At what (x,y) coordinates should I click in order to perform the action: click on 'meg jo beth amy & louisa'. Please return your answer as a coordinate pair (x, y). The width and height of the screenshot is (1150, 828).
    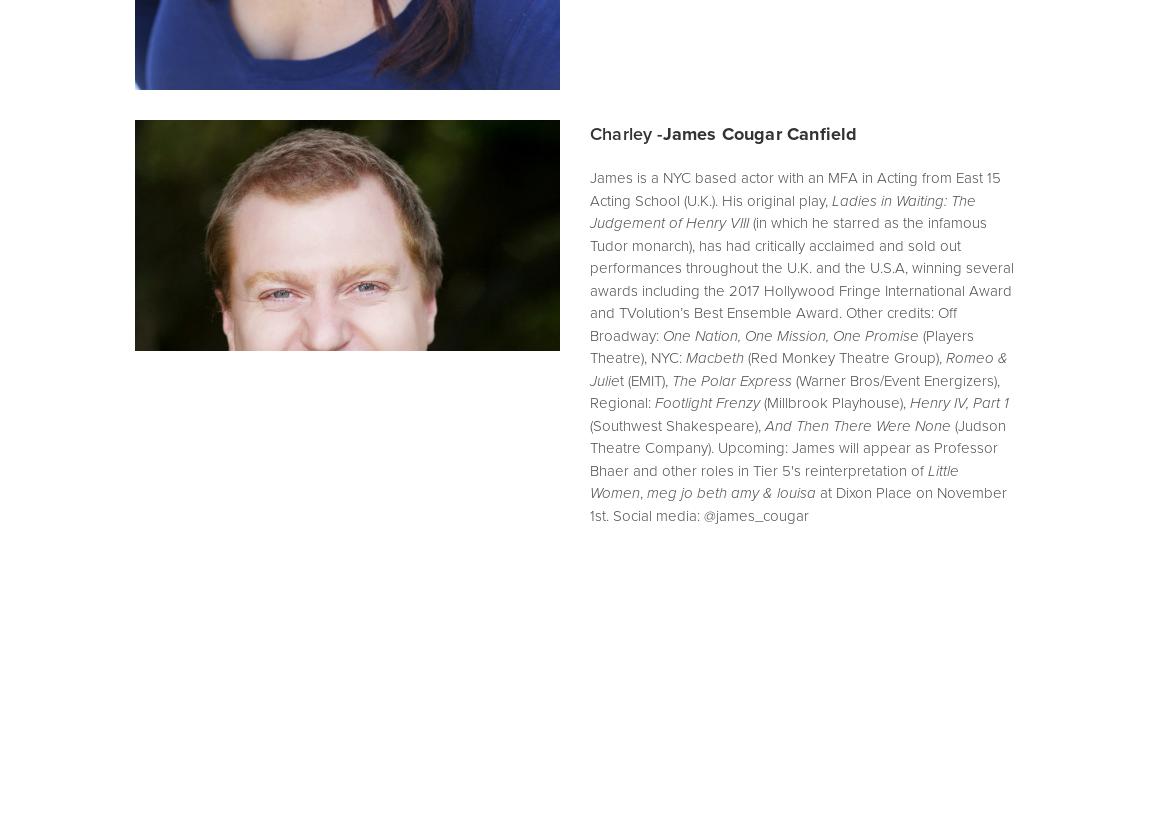
    Looking at the image, I should click on (645, 492).